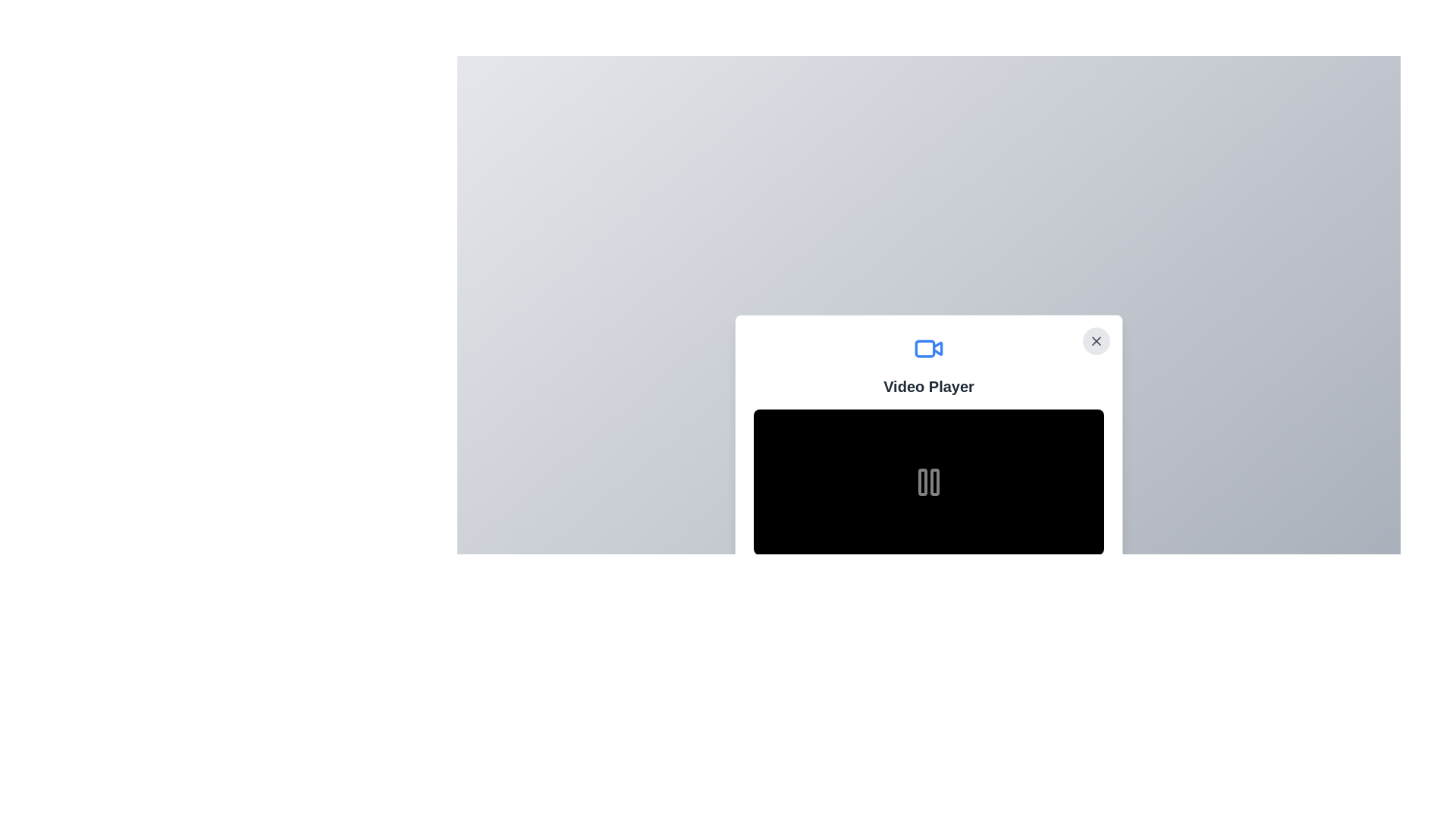 Image resolution: width=1456 pixels, height=819 pixels. I want to click on the visual representation of the left segment of the recording indicator within the video player icon, which is a rectangular shape with rounded corners, so click(924, 348).